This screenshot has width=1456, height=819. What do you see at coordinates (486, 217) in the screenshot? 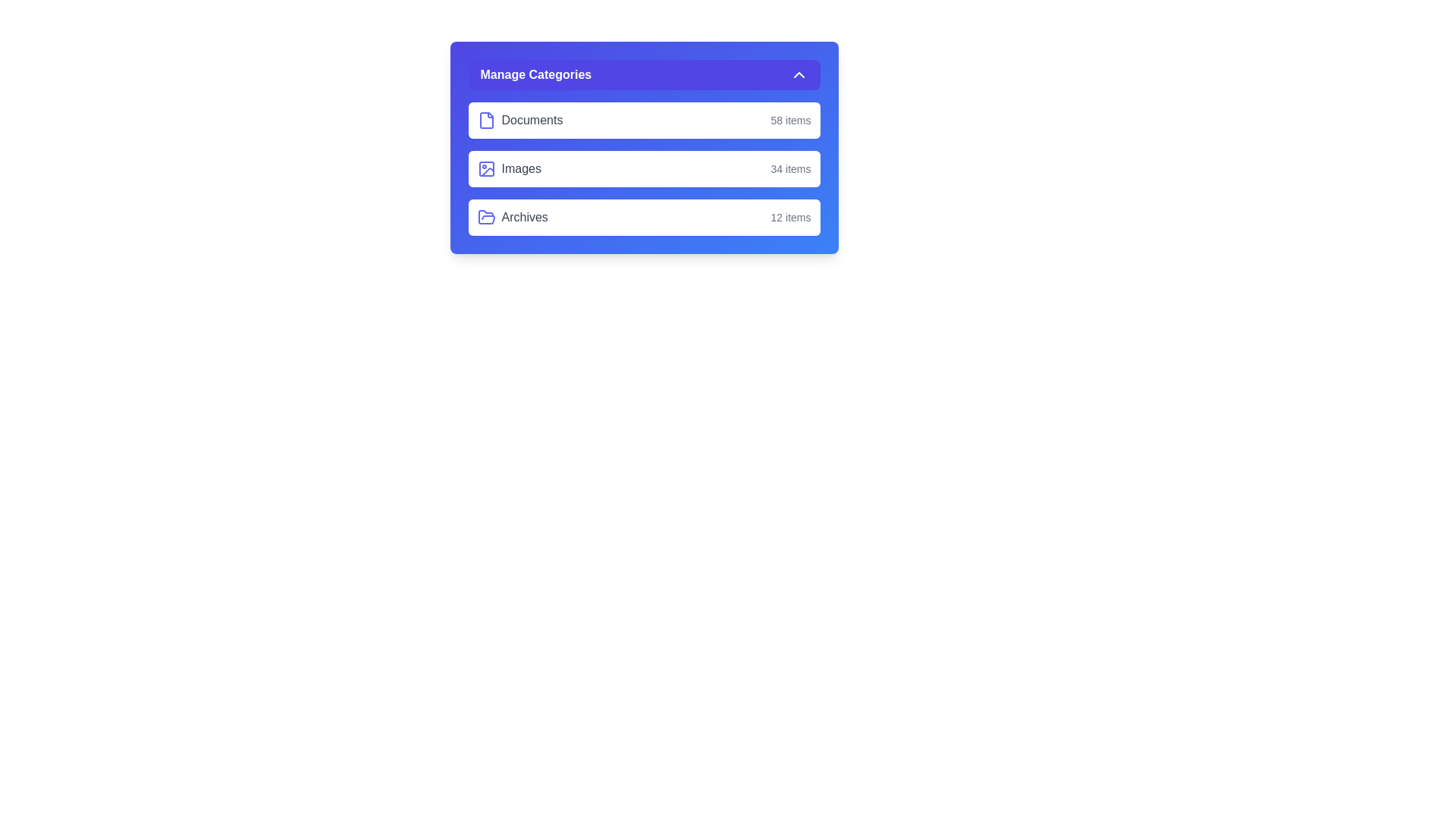
I see `the icon for the Archives category` at bounding box center [486, 217].